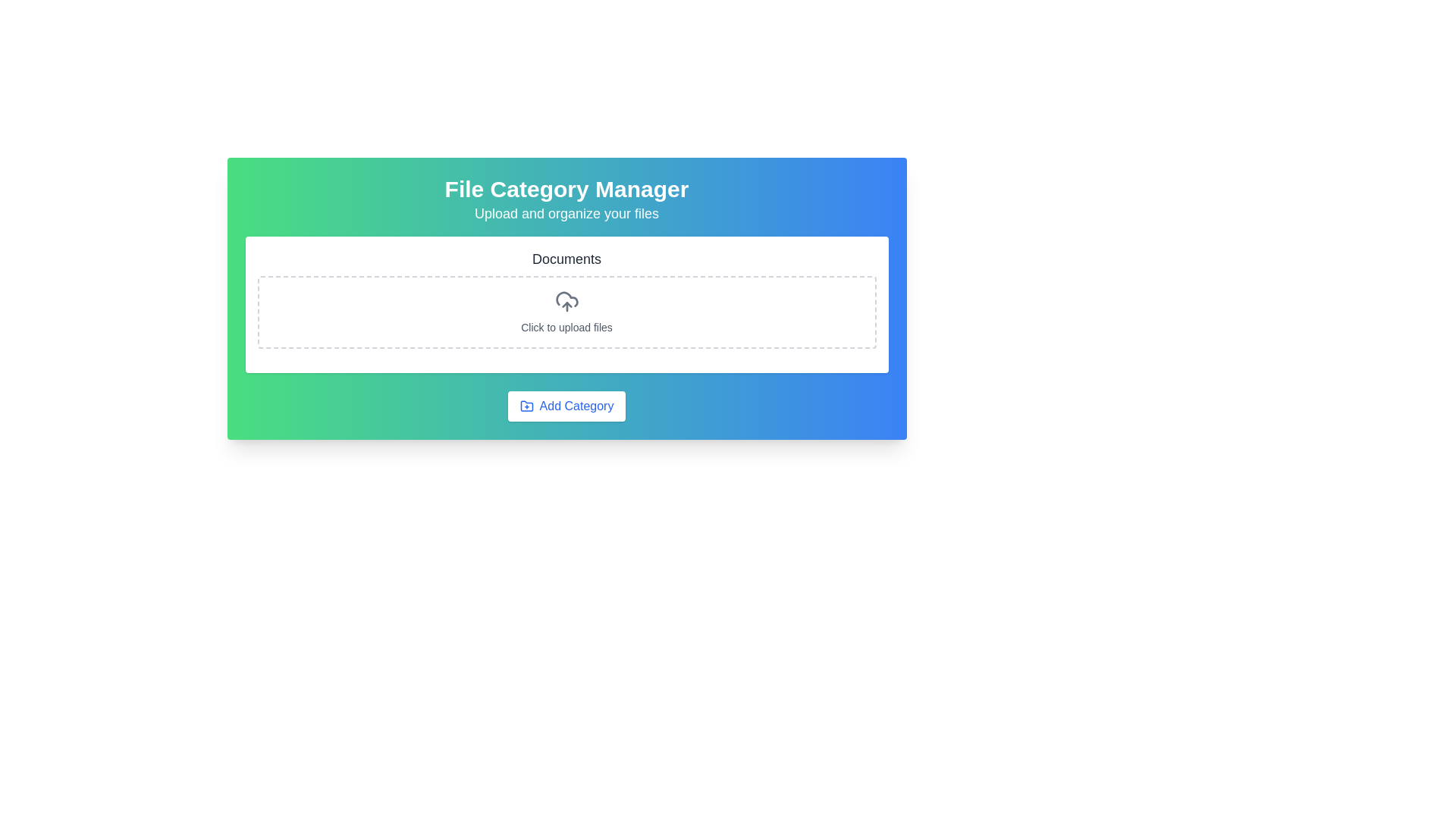  Describe the element at coordinates (566, 327) in the screenshot. I see `the 'Click to upload files' text label, which is small gray text positioned in the center of a dashed-line bordered rectangular area for file uploads` at that location.